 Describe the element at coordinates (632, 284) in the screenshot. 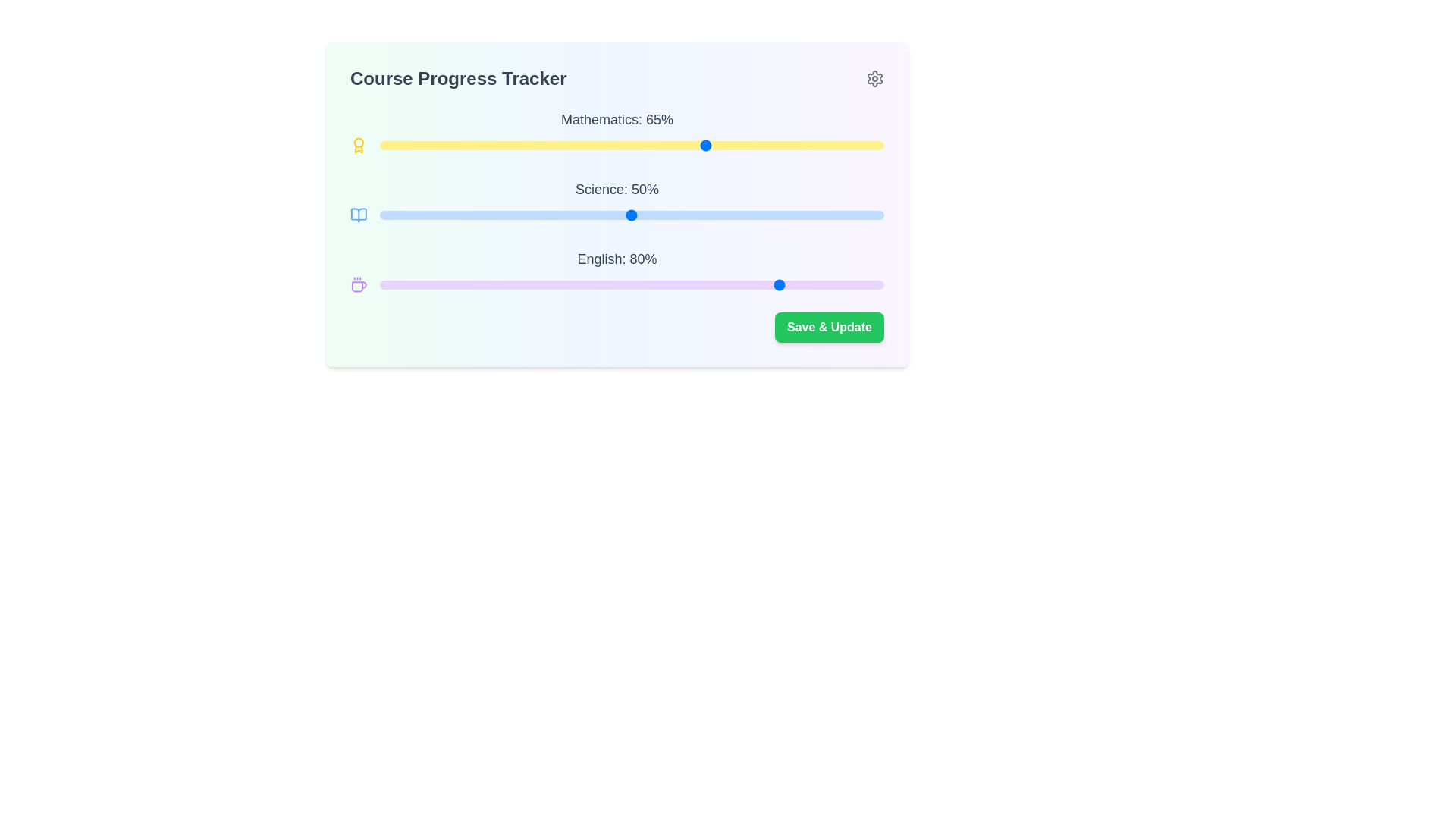

I see `the range slider located below the text 'English: 80%'` at that location.